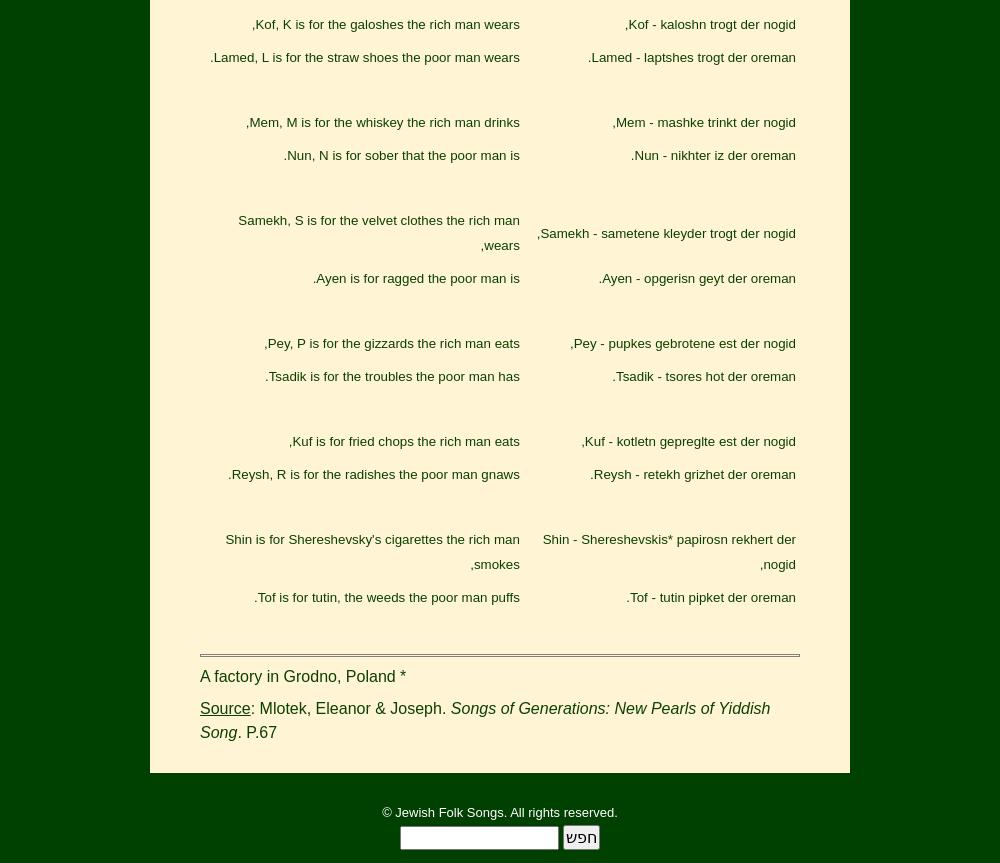  I want to click on 'Source', so click(224, 708).